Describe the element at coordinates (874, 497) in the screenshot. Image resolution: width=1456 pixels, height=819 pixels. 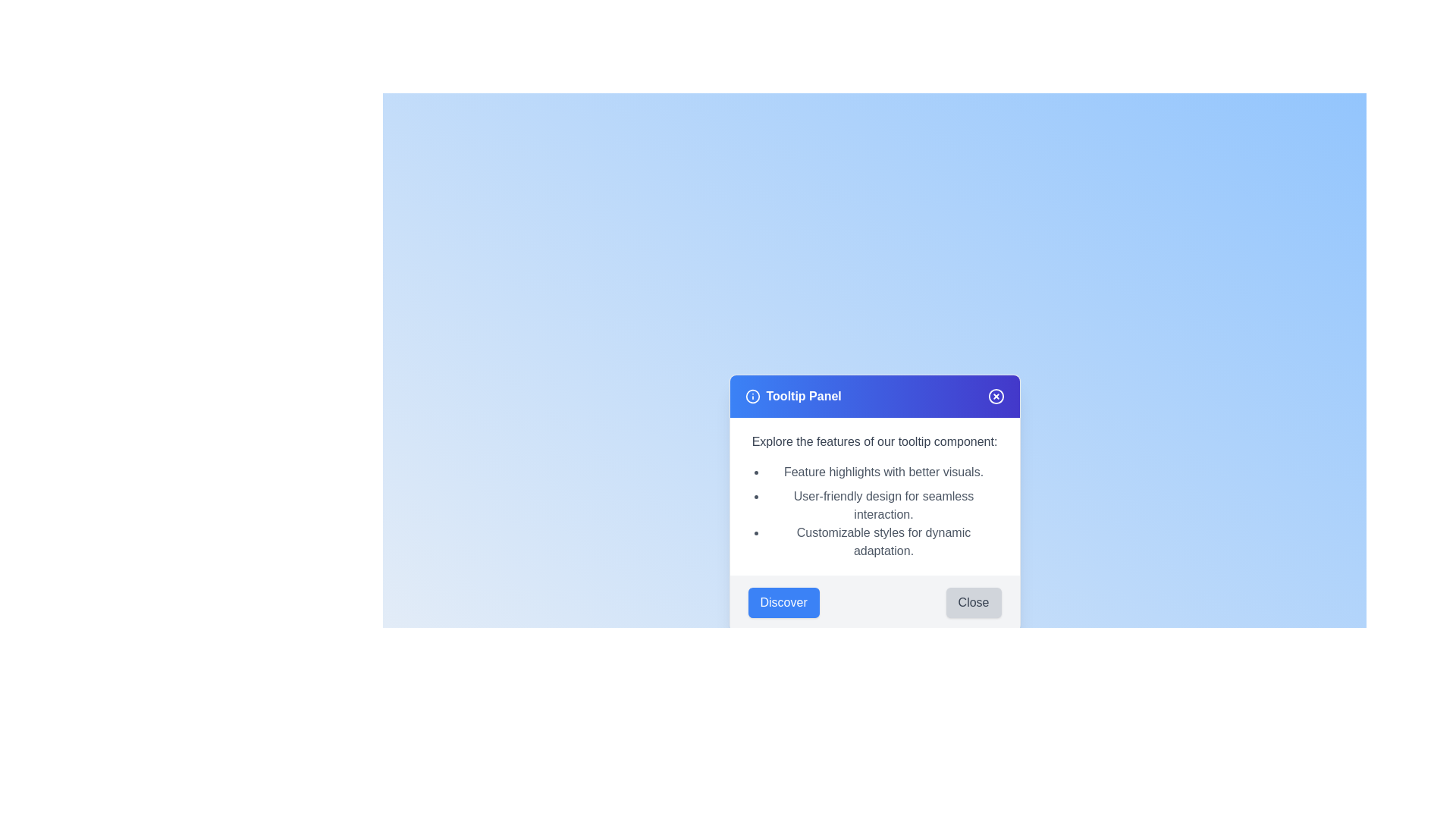
I see `text from the Text Block located in the middle of the tooltip panel, positioned below the 'Tooltip Panel' header and above the action buttons 'Discover' and 'Close'` at that location.